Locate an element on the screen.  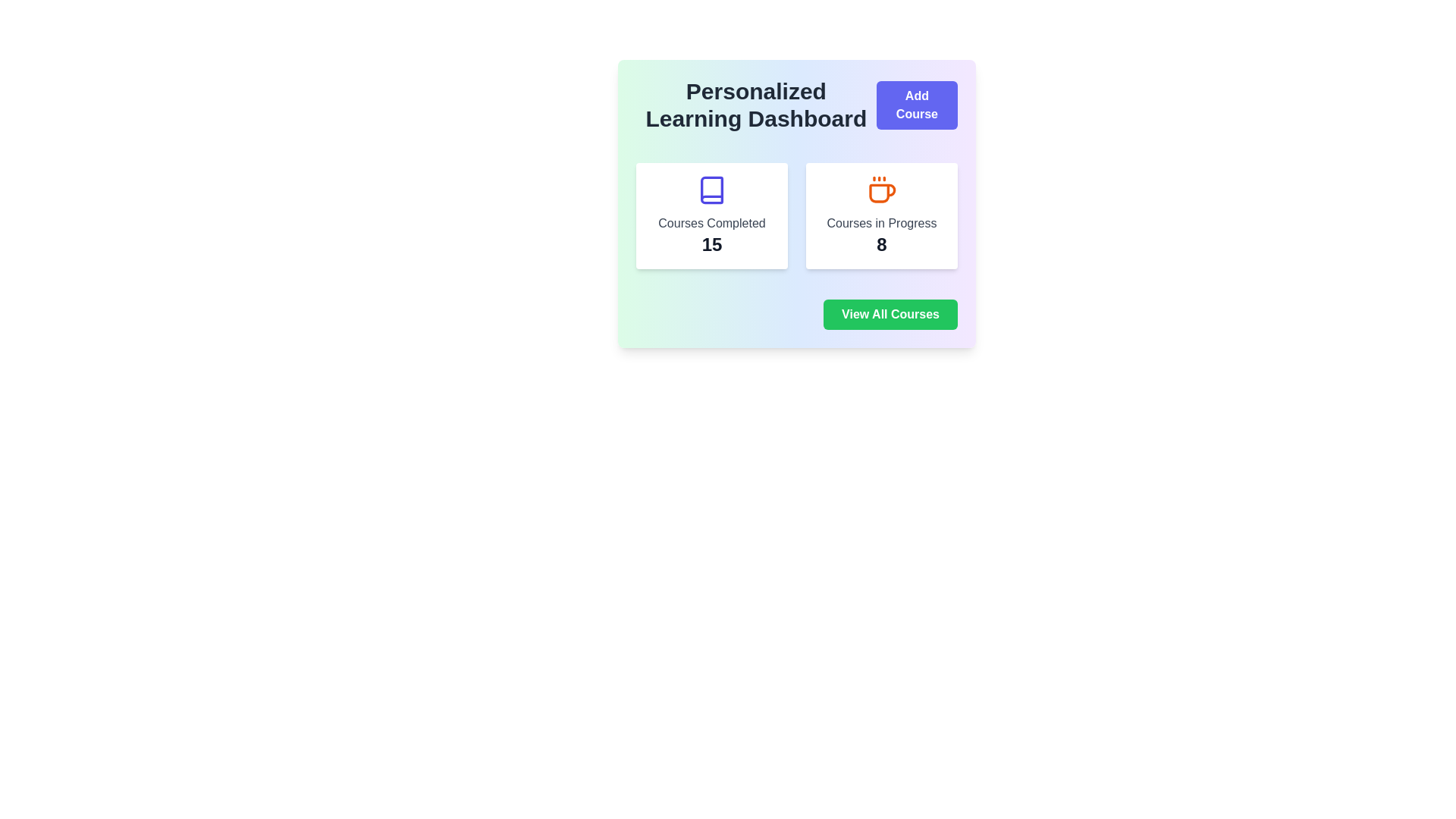
the blue rectangular button labeled 'Add Course' is located at coordinates (916, 104).